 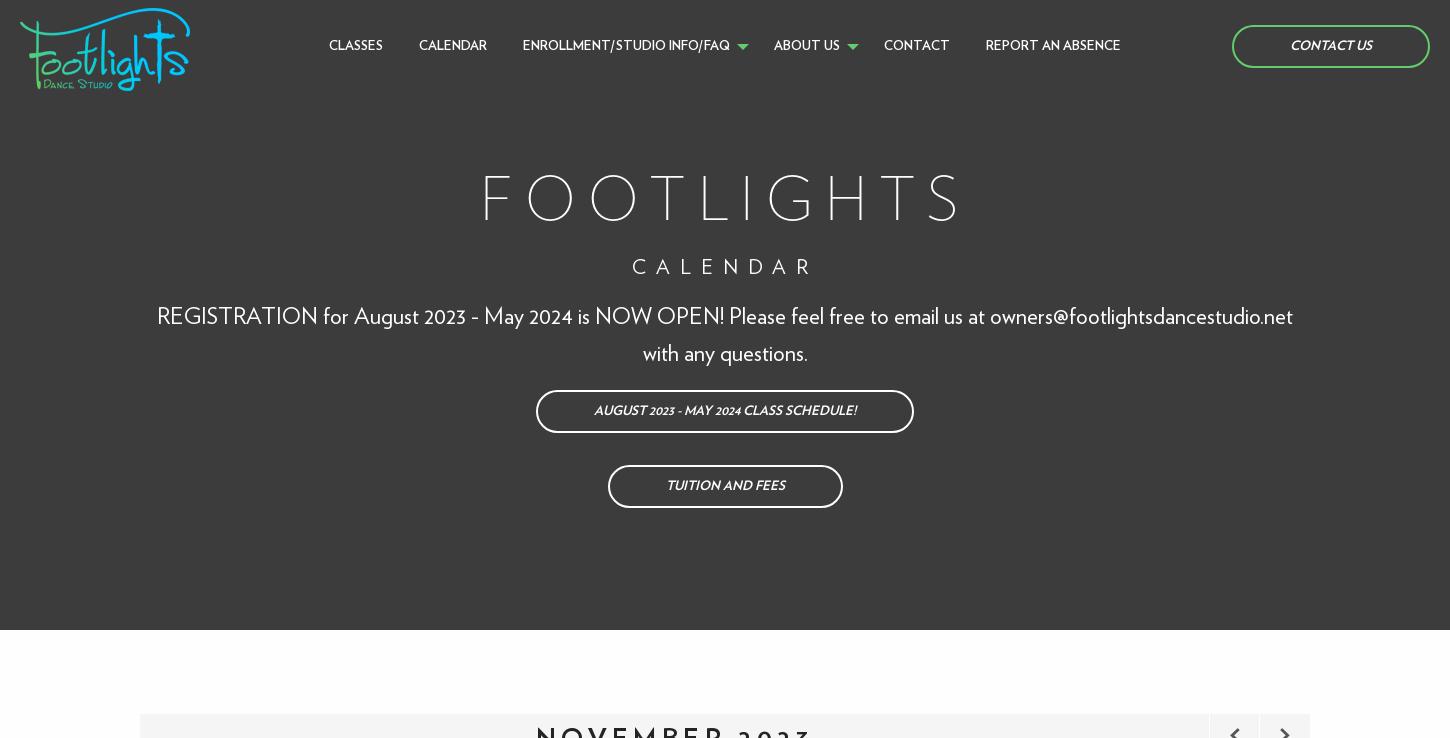 I want to click on 'CONTACT US', so click(x=1329, y=46).